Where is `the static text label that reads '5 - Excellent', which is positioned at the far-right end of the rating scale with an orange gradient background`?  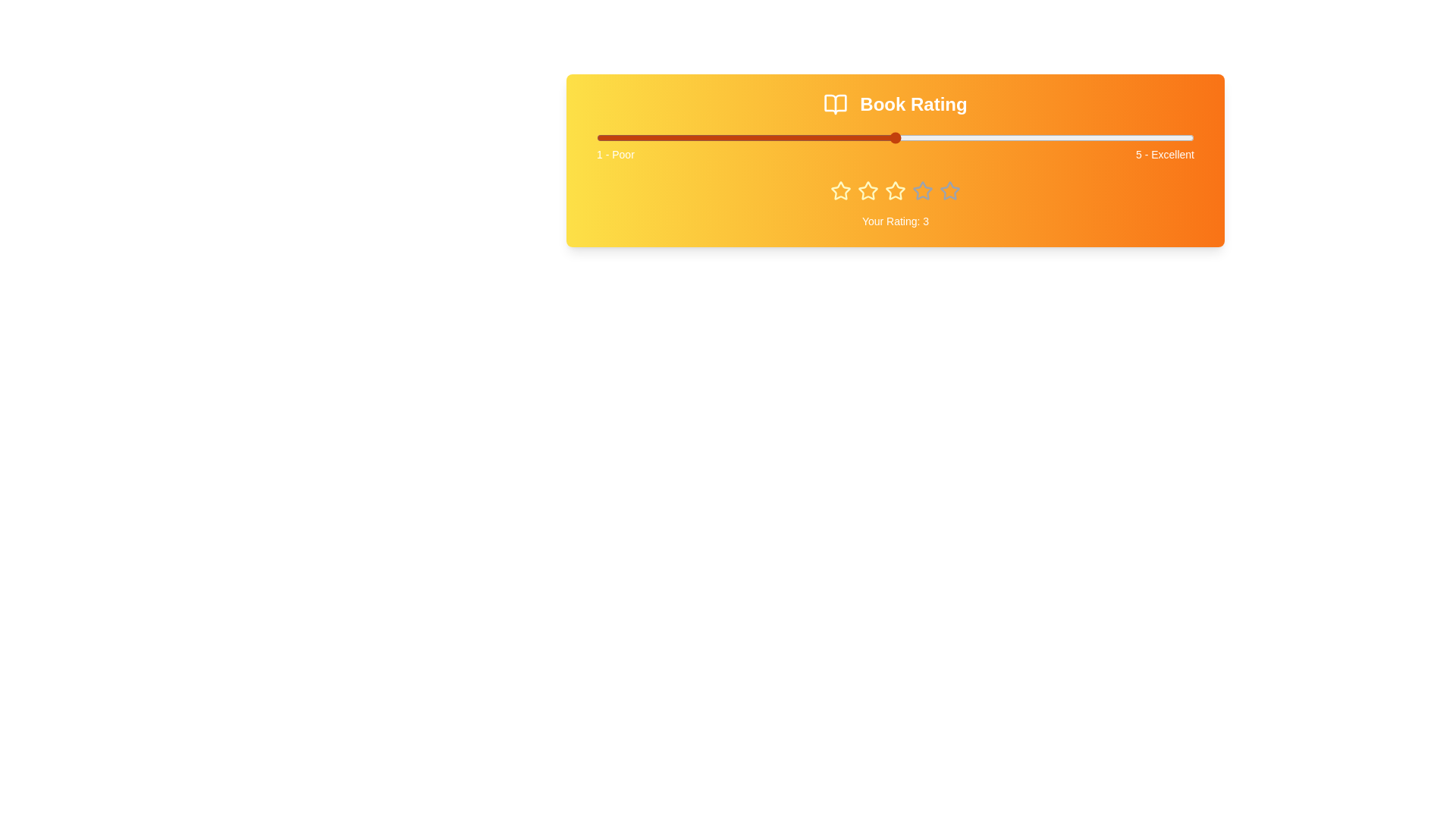 the static text label that reads '5 - Excellent', which is positioned at the far-right end of the rating scale with an orange gradient background is located at coordinates (1164, 155).